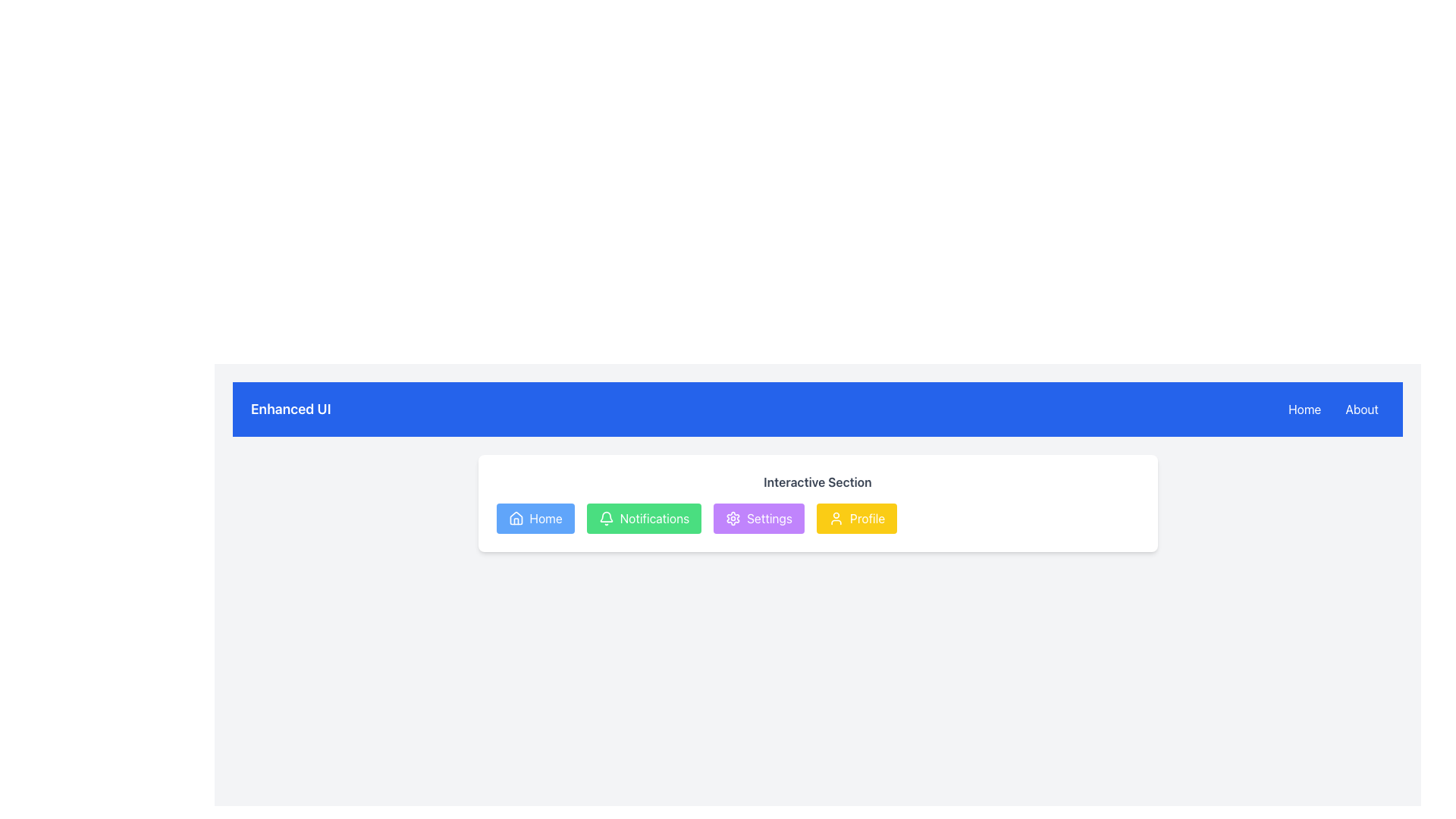 This screenshot has width=1456, height=819. Describe the element at coordinates (857, 517) in the screenshot. I see `the fourth button in the navigation group, which directs the user to their profile page` at that location.